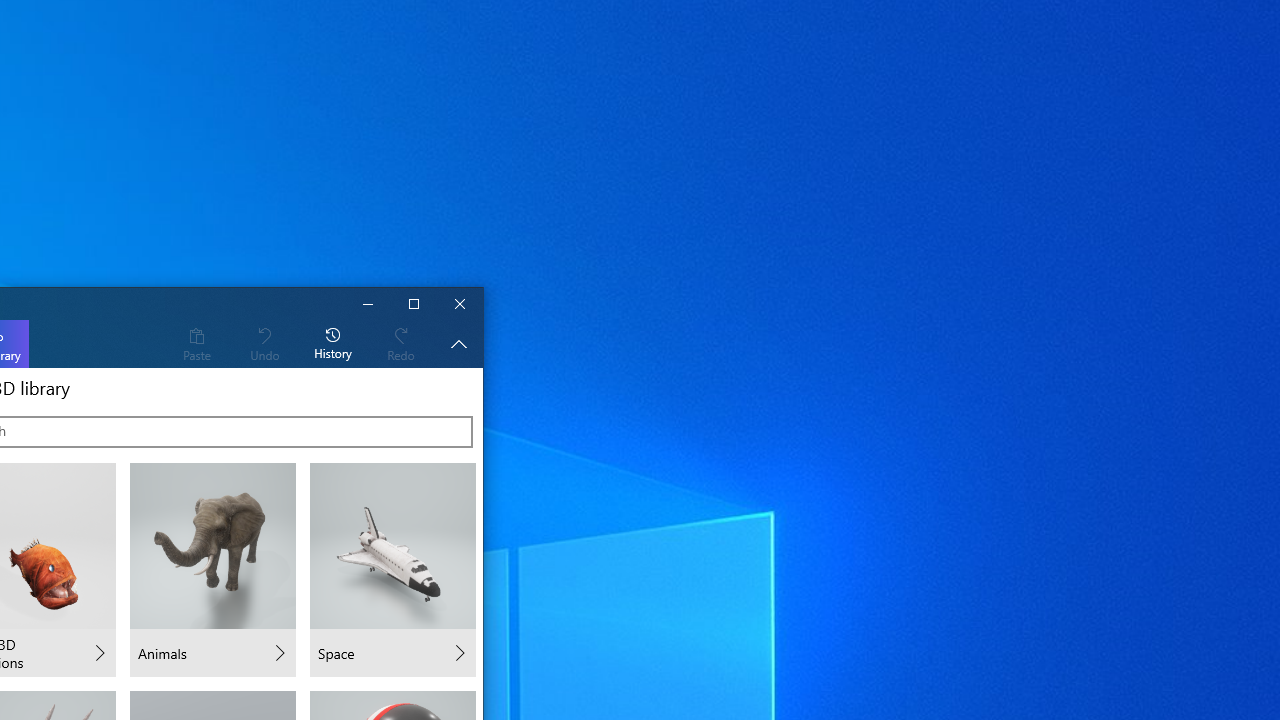  Describe the element at coordinates (333, 342) in the screenshot. I see `'History'` at that location.